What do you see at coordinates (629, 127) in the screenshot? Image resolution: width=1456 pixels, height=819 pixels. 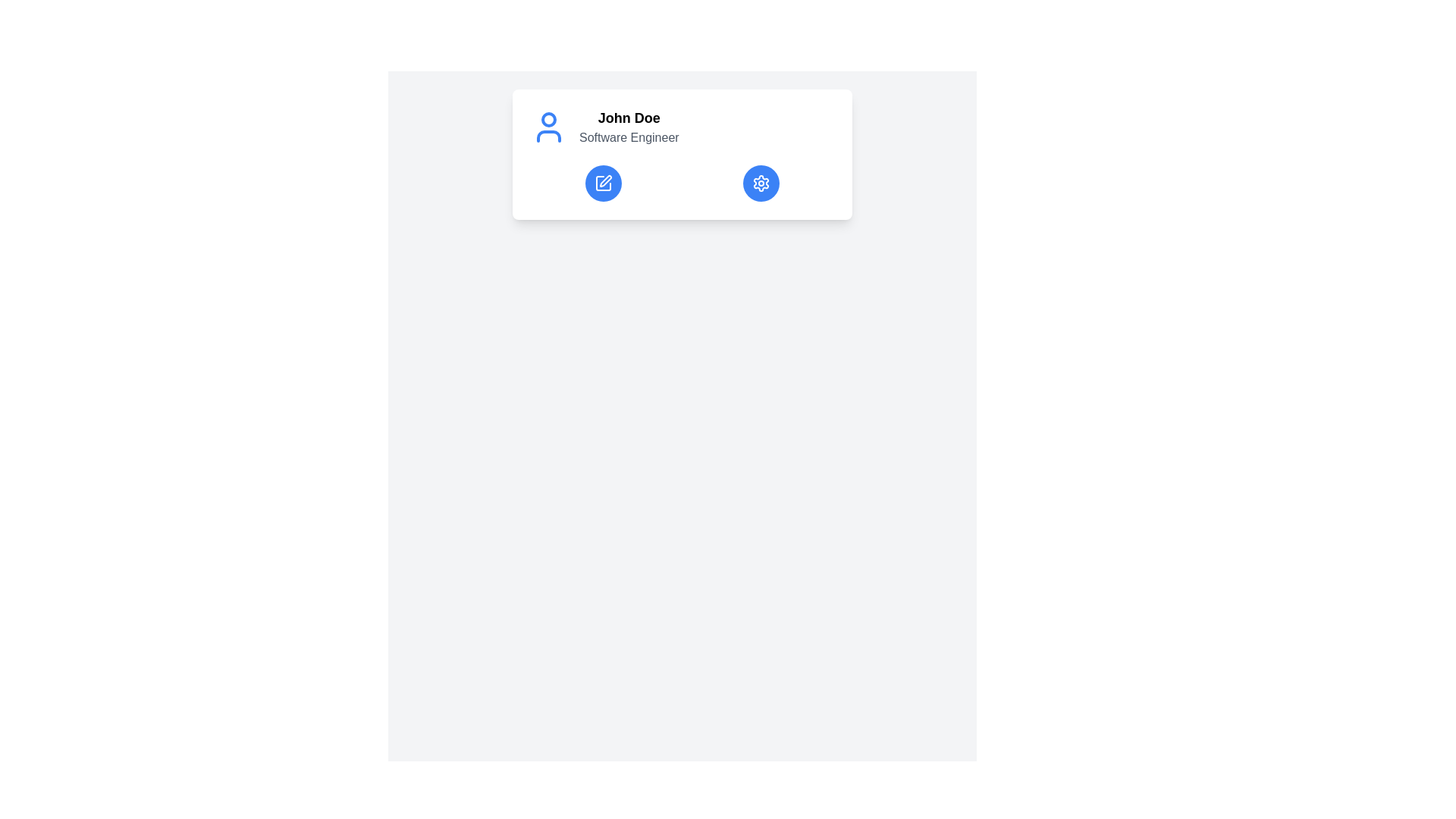 I see `the user's name and designation text block, which is positioned to the right of a blue user profile icon and is the first text content in a horizontal layout` at bounding box center [629, 127].